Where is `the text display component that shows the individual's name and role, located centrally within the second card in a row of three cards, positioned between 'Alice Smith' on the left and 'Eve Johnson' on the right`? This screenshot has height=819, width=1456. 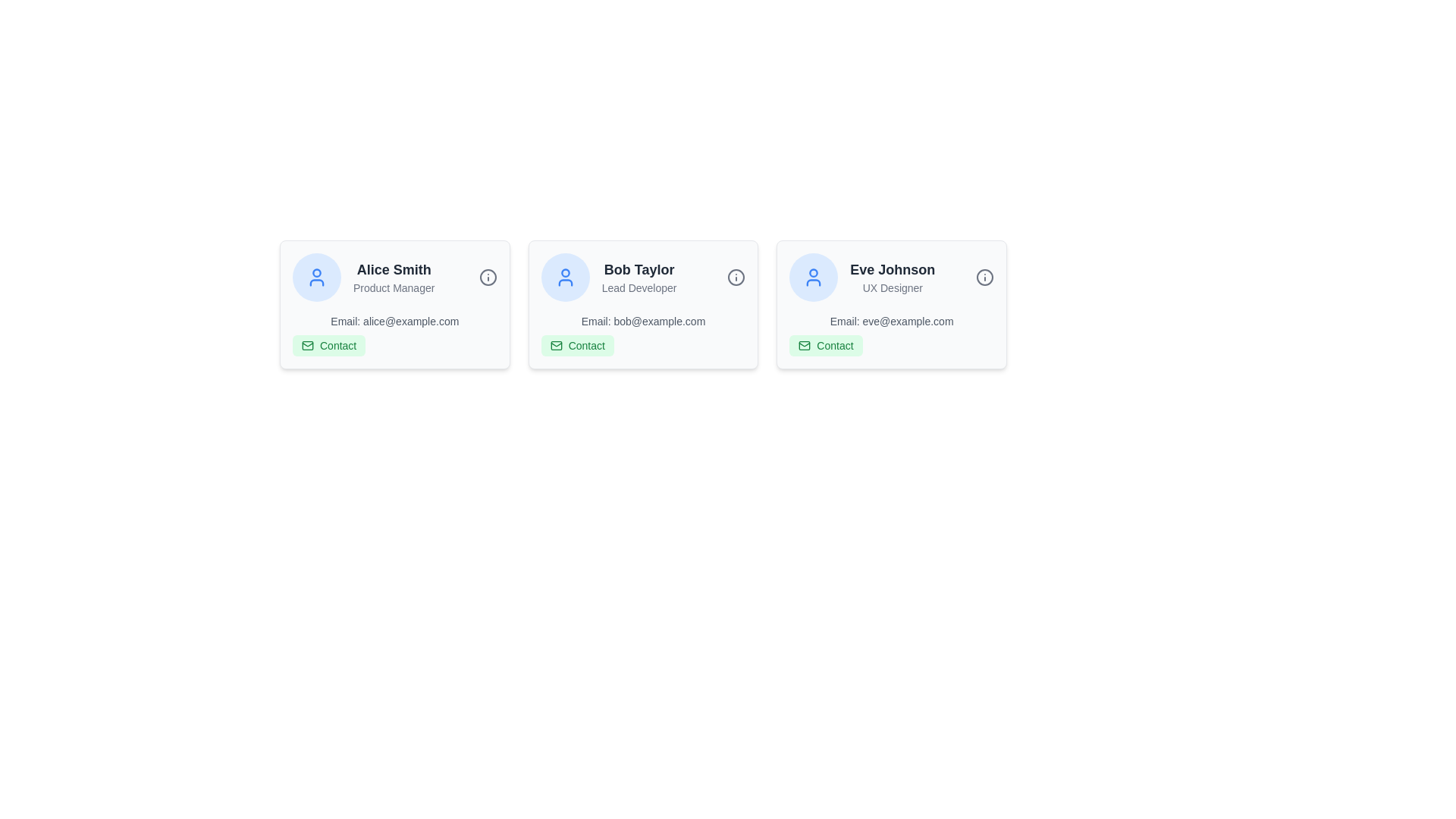 the text display component that shows the individual's name and role, located centrally within the second card in a row of three cards, positioned between 'Alice Smith' on the left and 'Eve Johnson' on the right is located at coordinates (639, 278).